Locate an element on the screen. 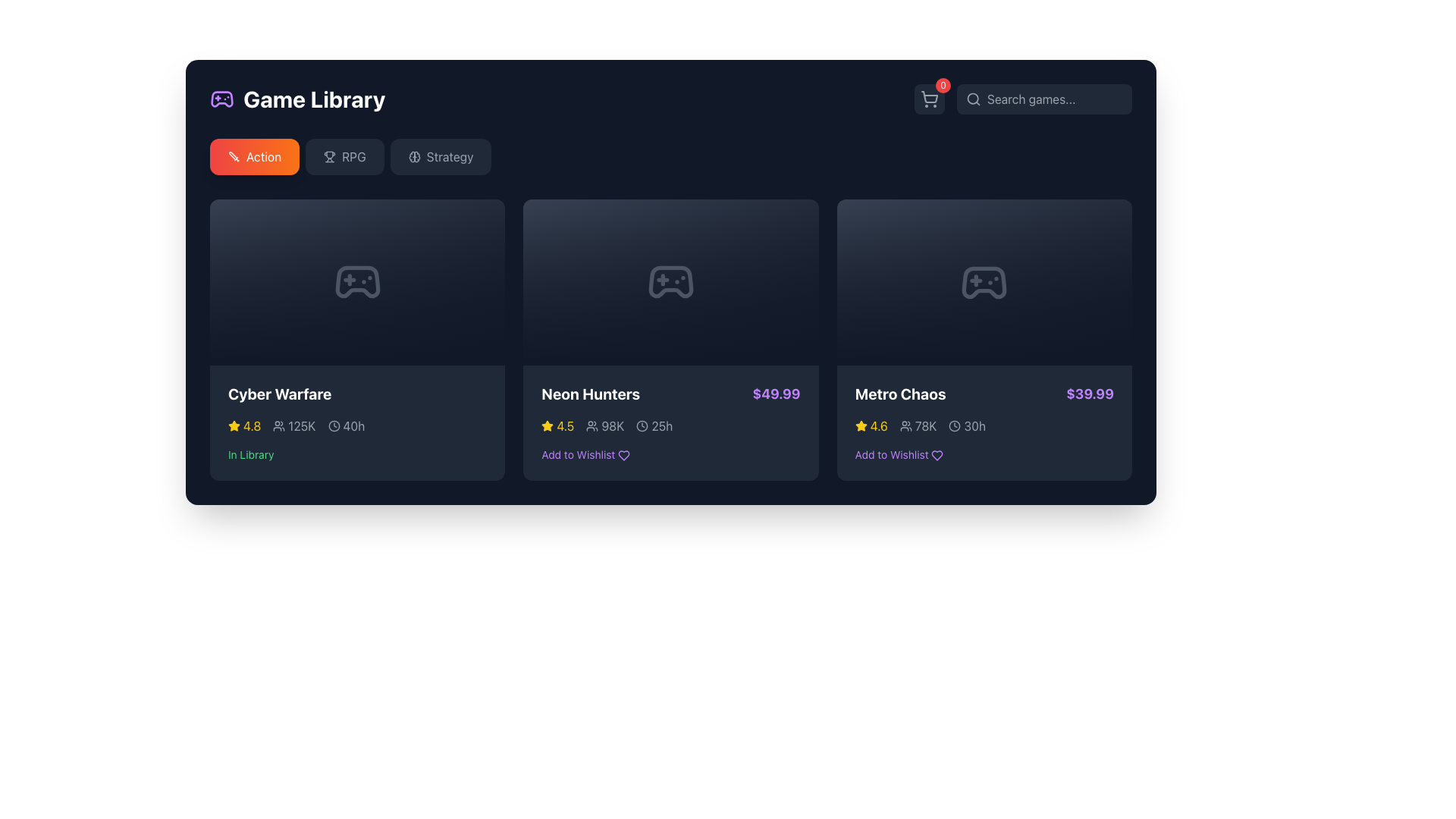 The width and height of the screenshot is (1456, 819). the static text displaying the user-related statistic for 'Neon Hunters' is located at coordinates (613, 426).